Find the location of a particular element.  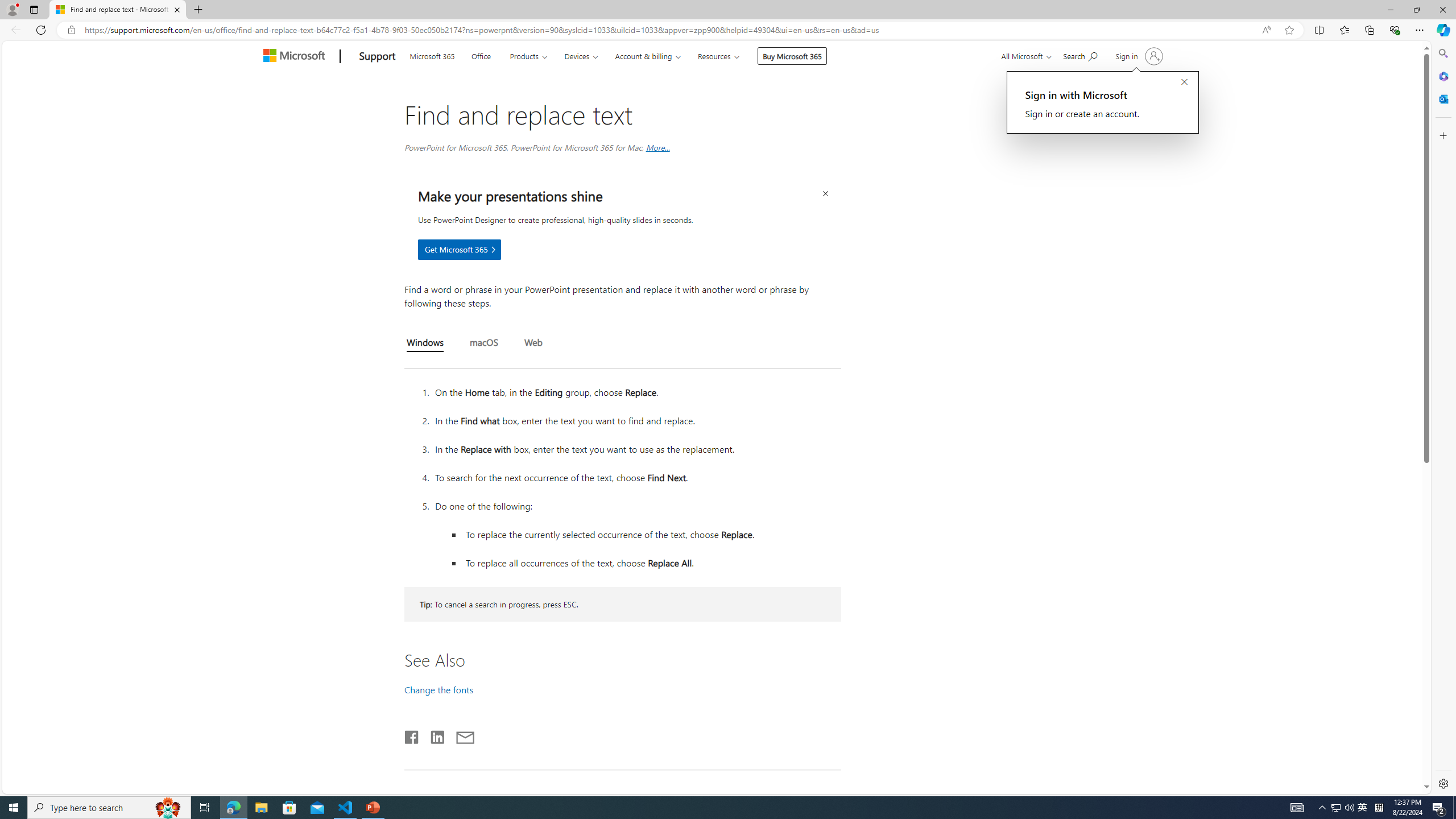

'Share on Facebook' is located at coordinates (412, 735).